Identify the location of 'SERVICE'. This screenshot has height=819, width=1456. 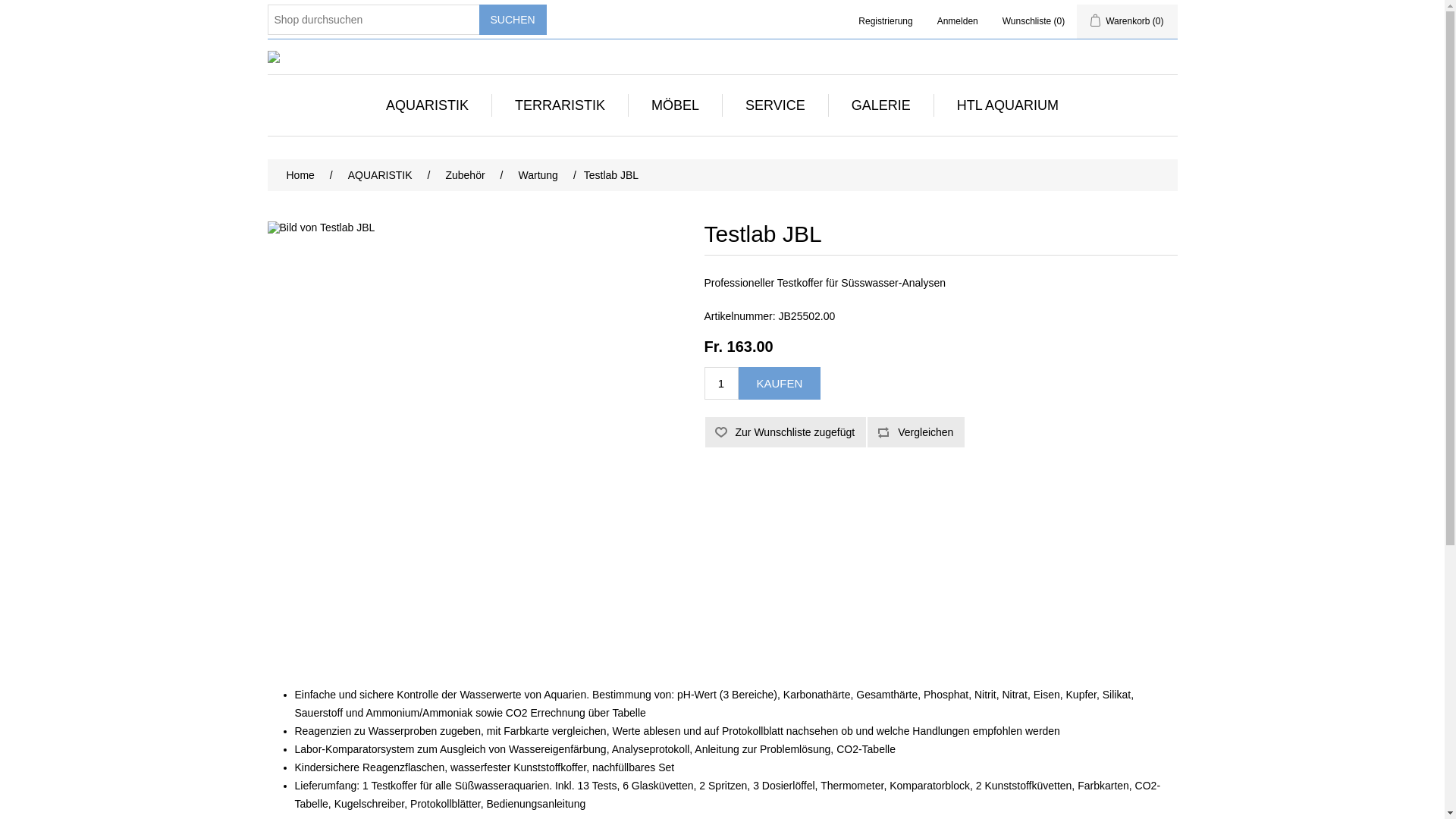
(775, 104).